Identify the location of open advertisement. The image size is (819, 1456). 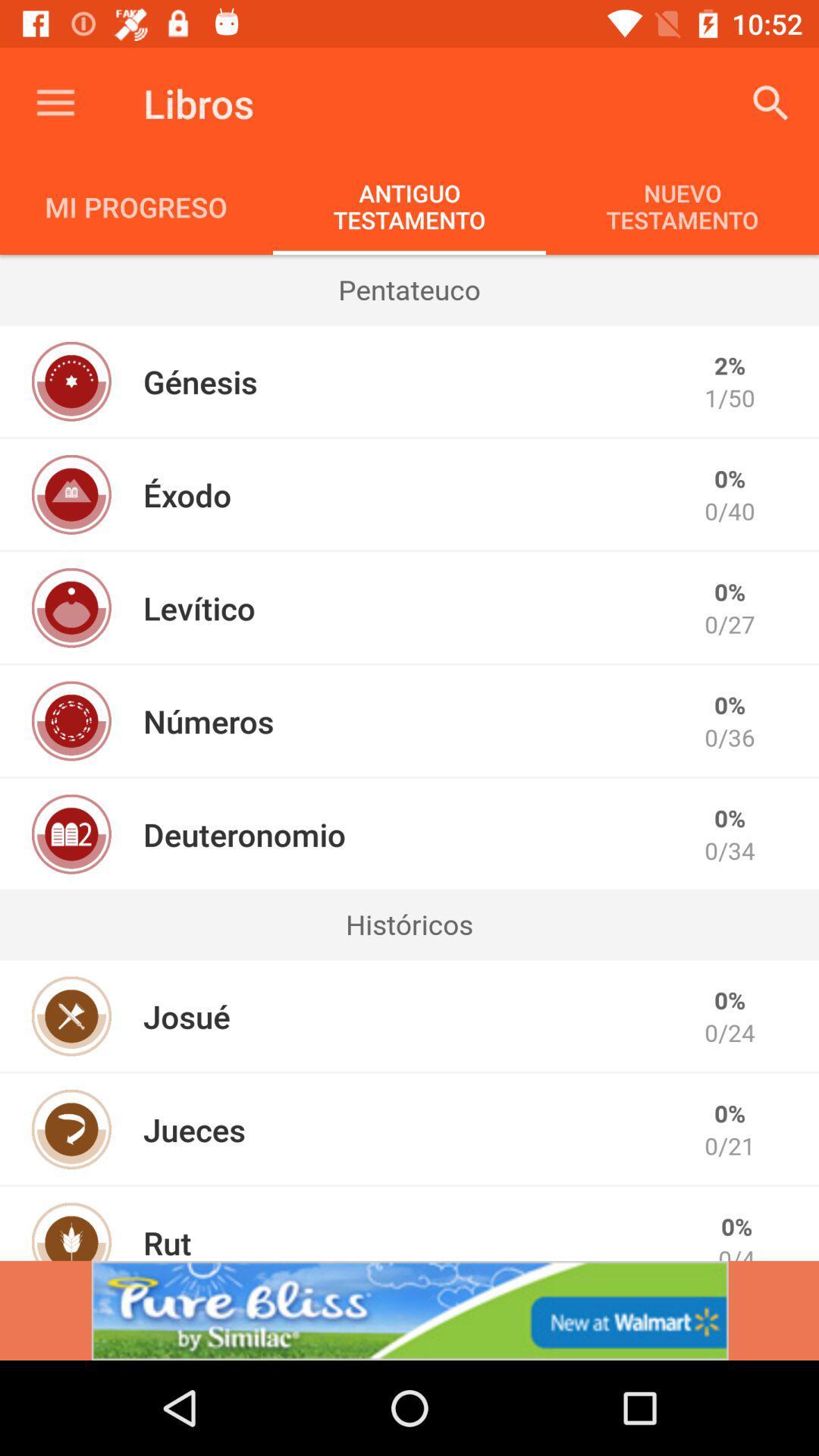
(409, 1310).